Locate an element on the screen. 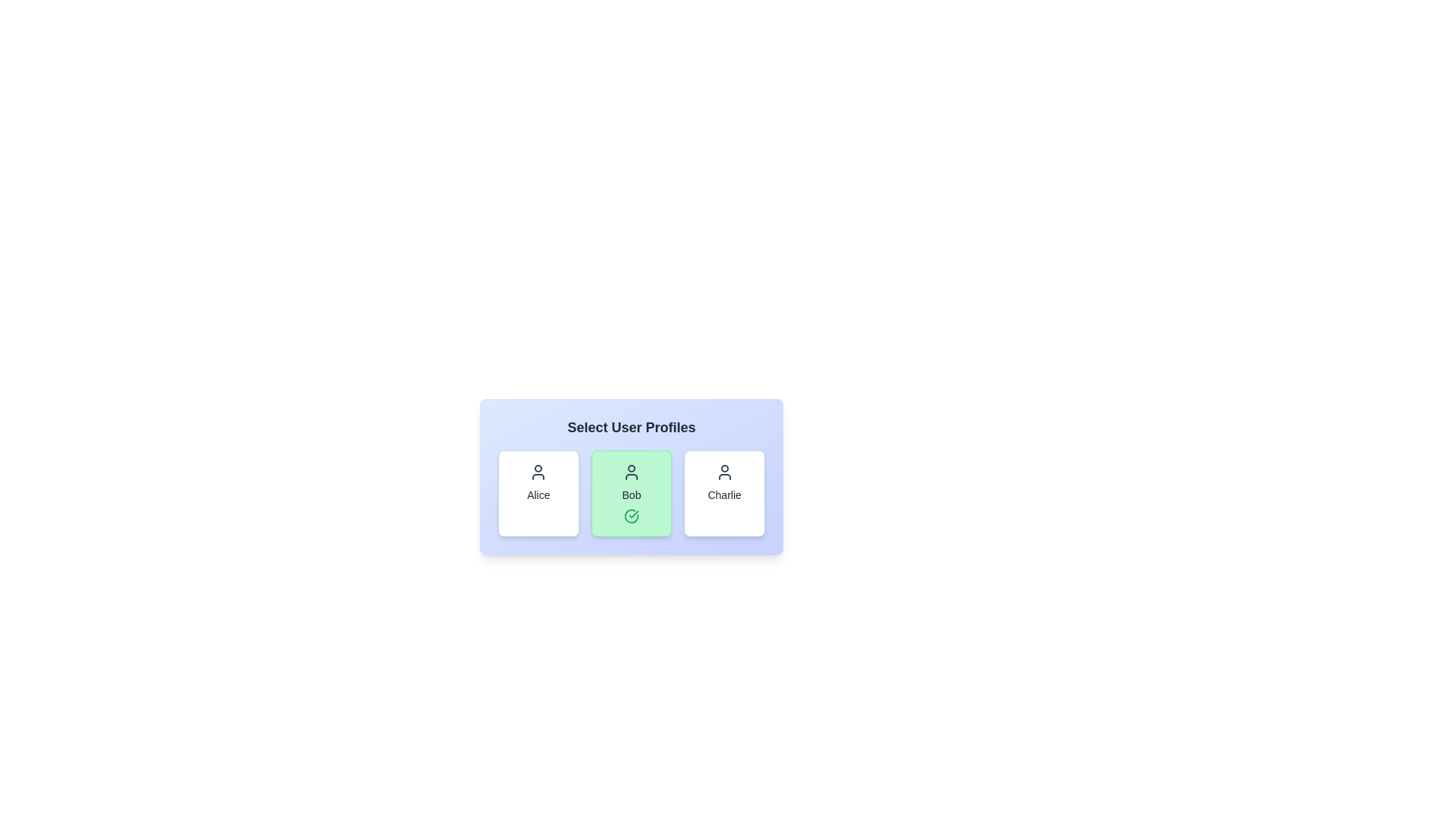  the user profile card for Alice is located at coordinates (538, 494).